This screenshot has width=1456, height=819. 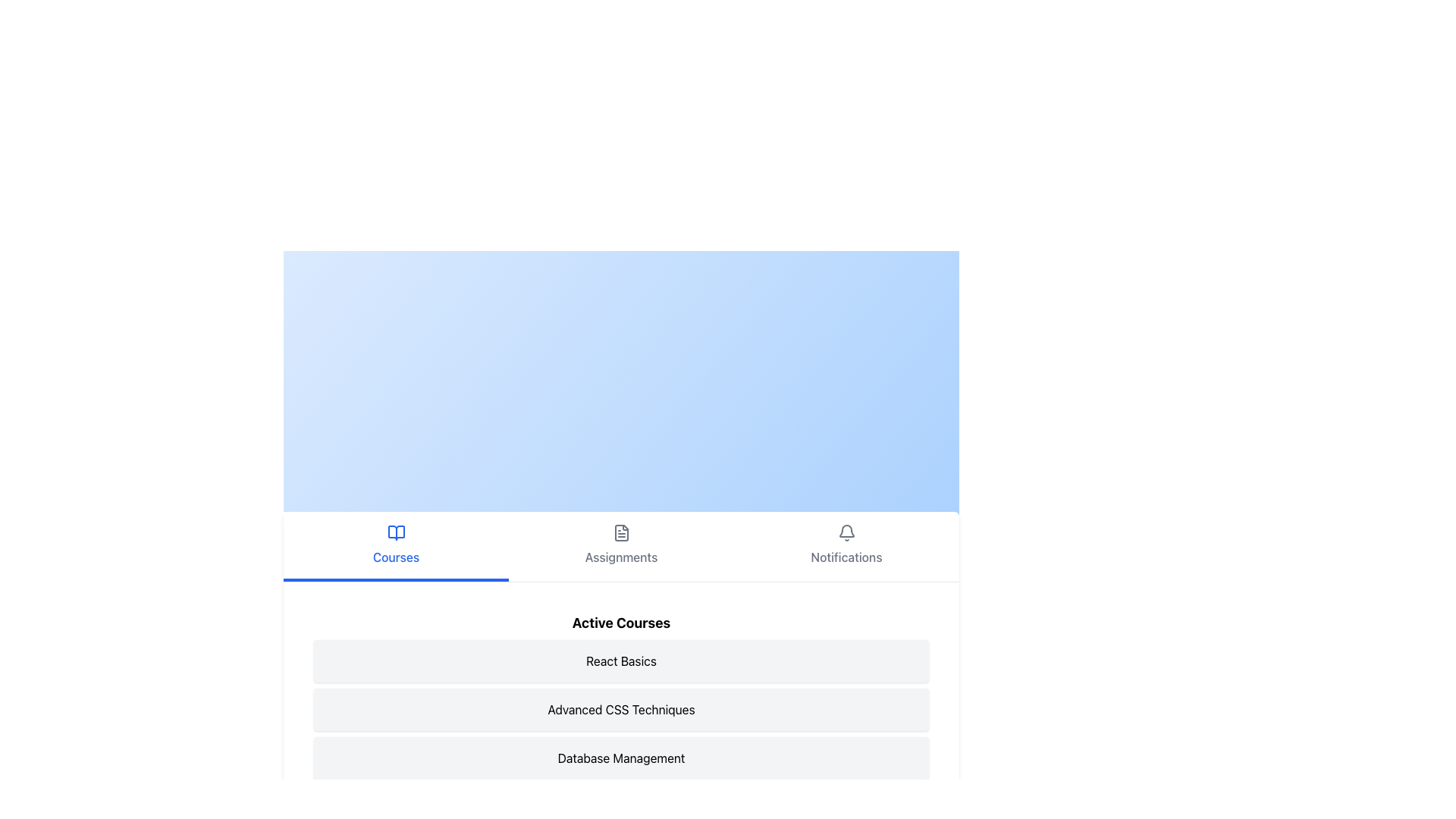 I want to click on the 'React Basics' course listed in the Active Courses section of the tabbed interface, so click(x=621, y=660).